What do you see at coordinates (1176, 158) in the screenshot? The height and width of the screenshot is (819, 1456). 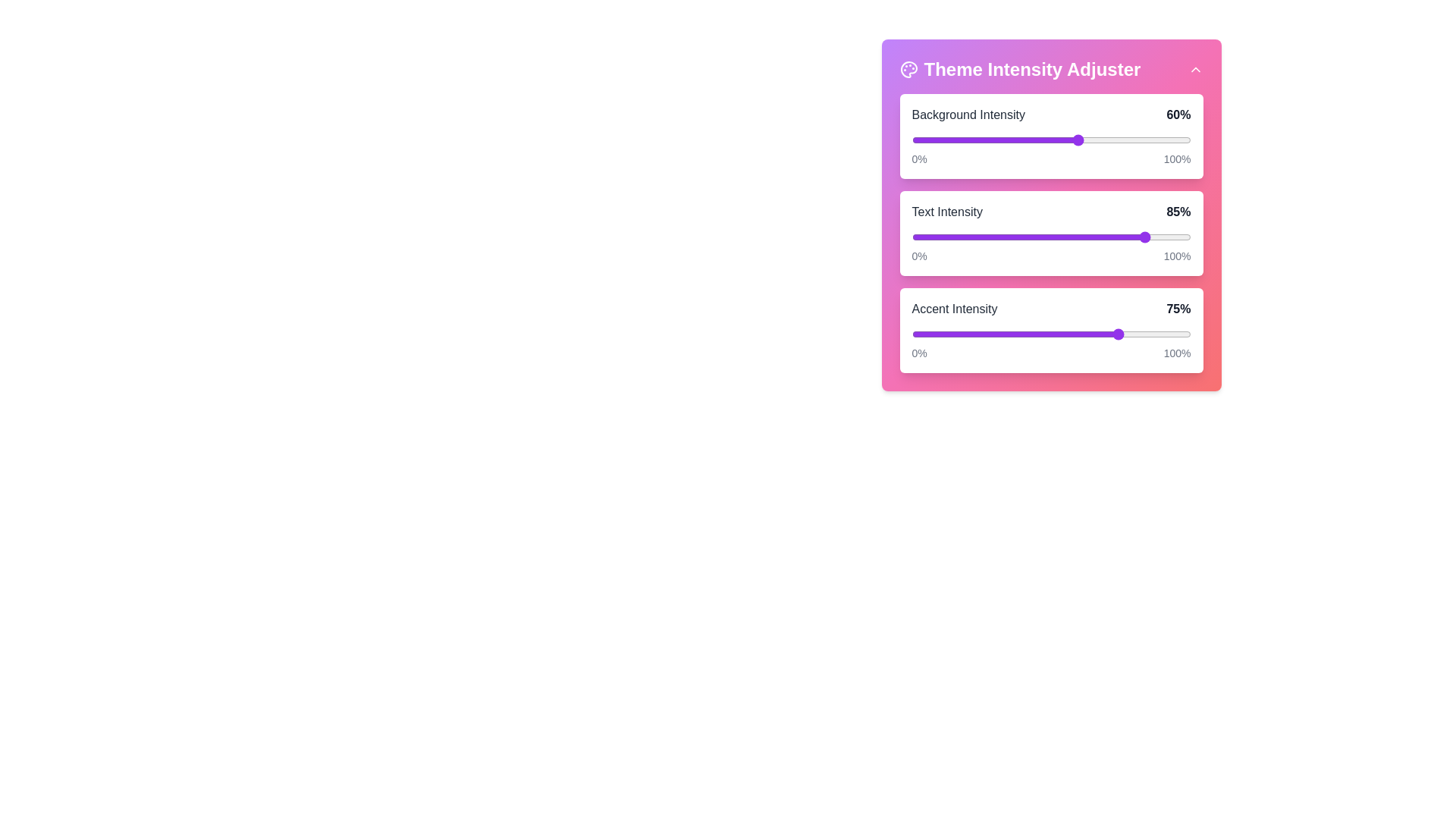 I see `the text label displaying '100%' located at the far right of the horizontal slider in the 'Background Intensity' section of the settings panel` at bounding box center [1176, 158].